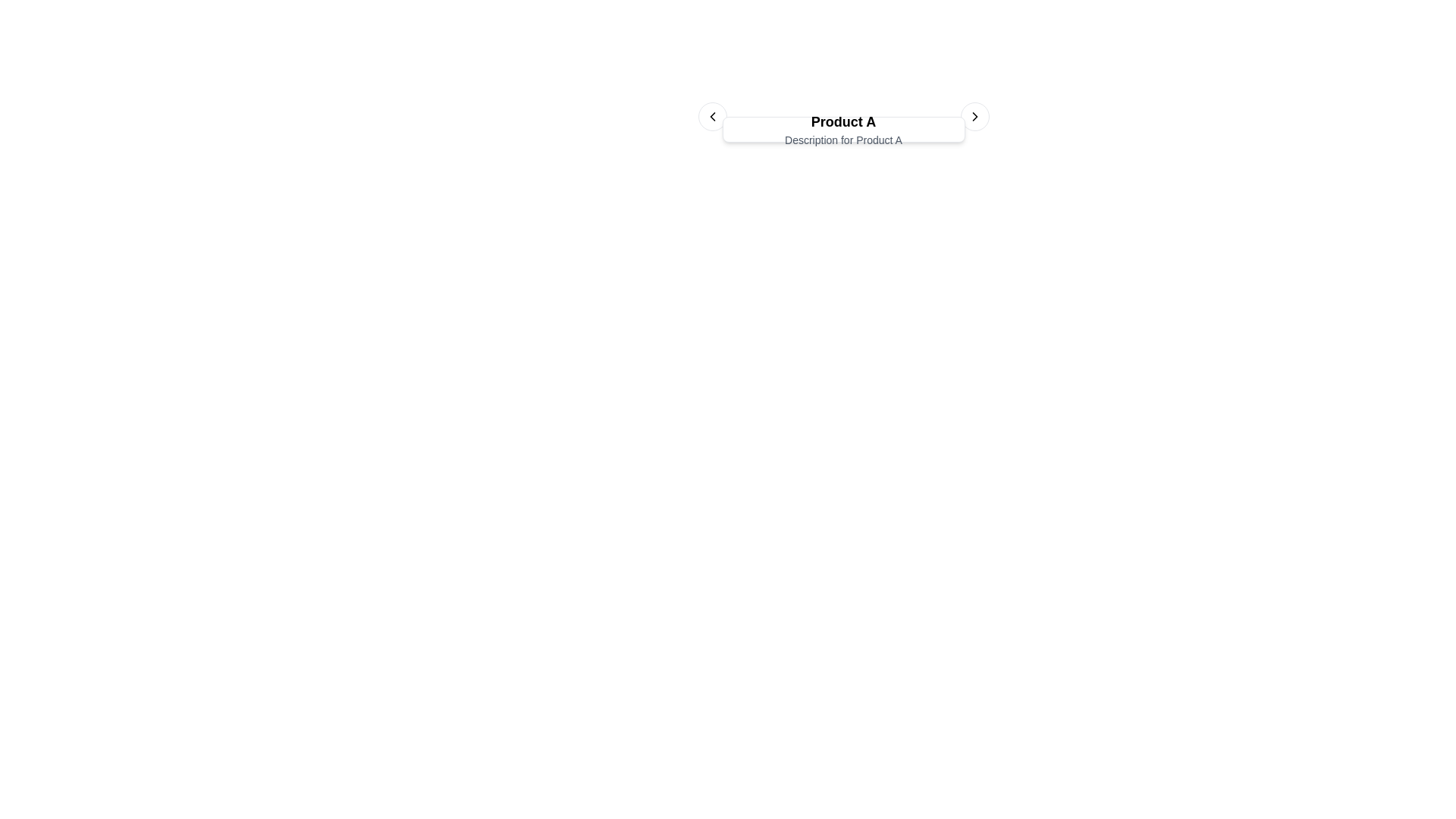  I want to click on the right-facing chevron icon contained within a circular button, so click(974, 116).